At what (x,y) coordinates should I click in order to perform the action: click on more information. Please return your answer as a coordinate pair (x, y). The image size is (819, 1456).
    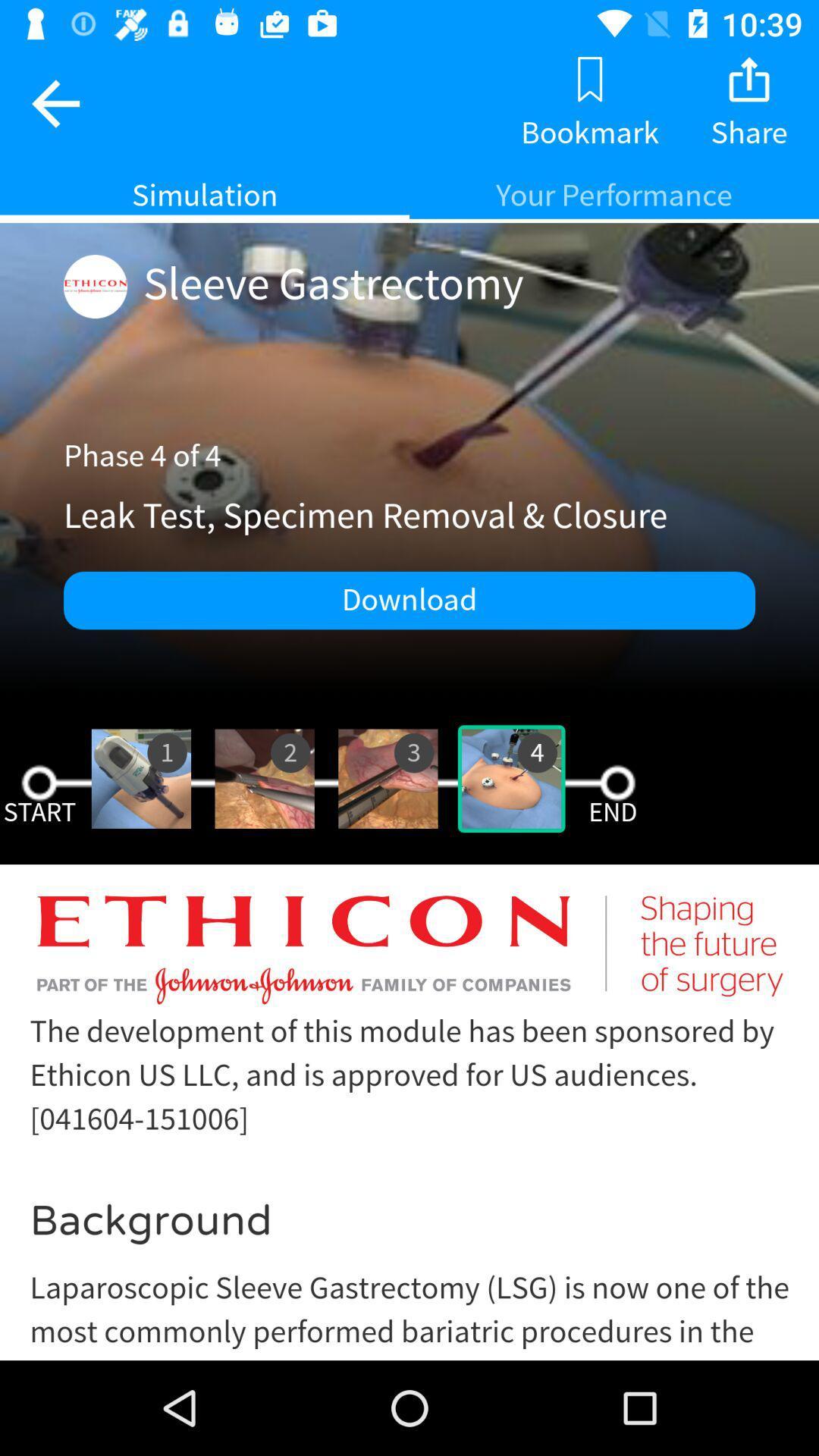
    Looking at the image, I should click on (409, 1124).